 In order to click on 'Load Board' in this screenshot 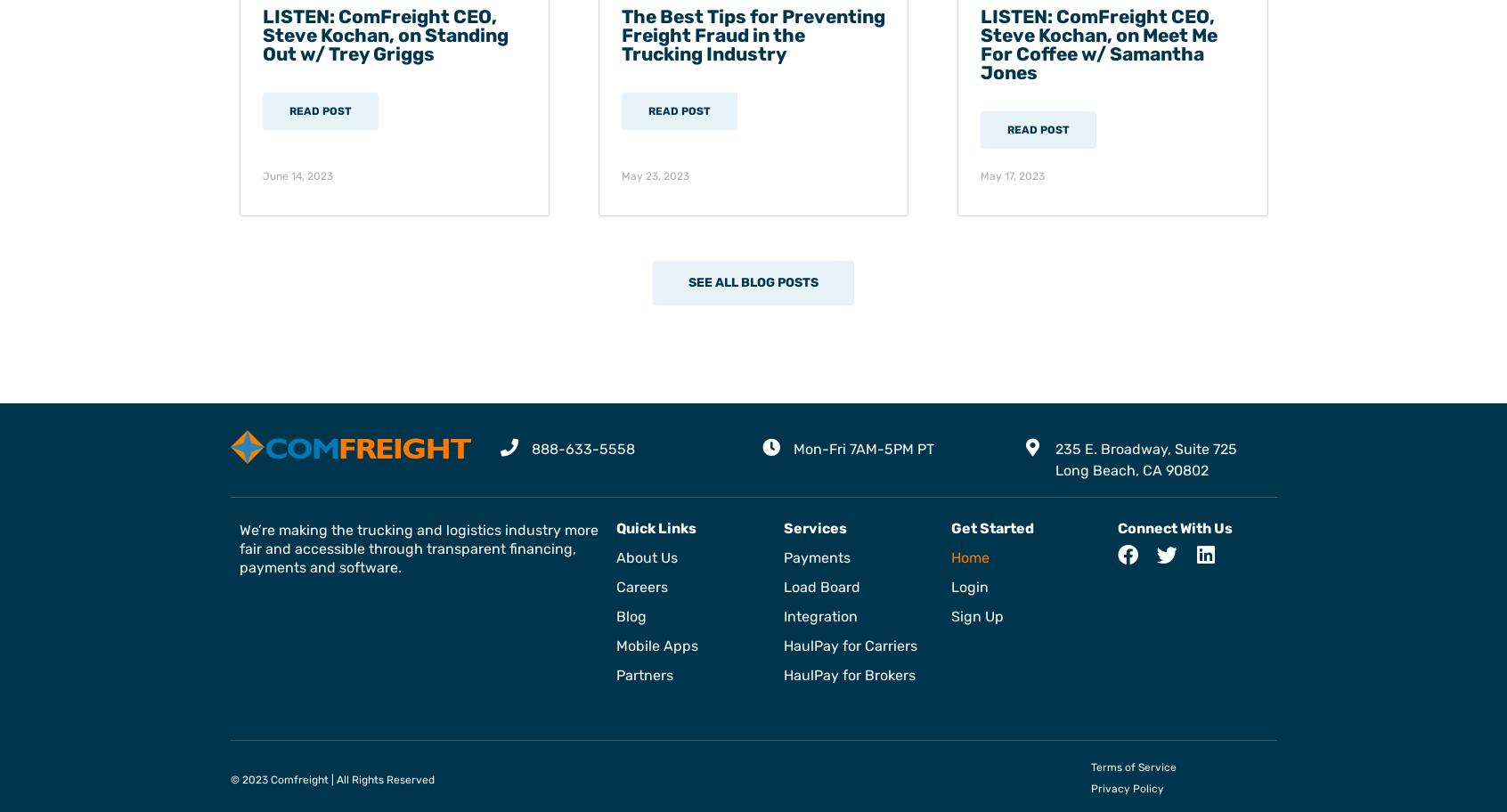, I will do `click(820, 585)`.